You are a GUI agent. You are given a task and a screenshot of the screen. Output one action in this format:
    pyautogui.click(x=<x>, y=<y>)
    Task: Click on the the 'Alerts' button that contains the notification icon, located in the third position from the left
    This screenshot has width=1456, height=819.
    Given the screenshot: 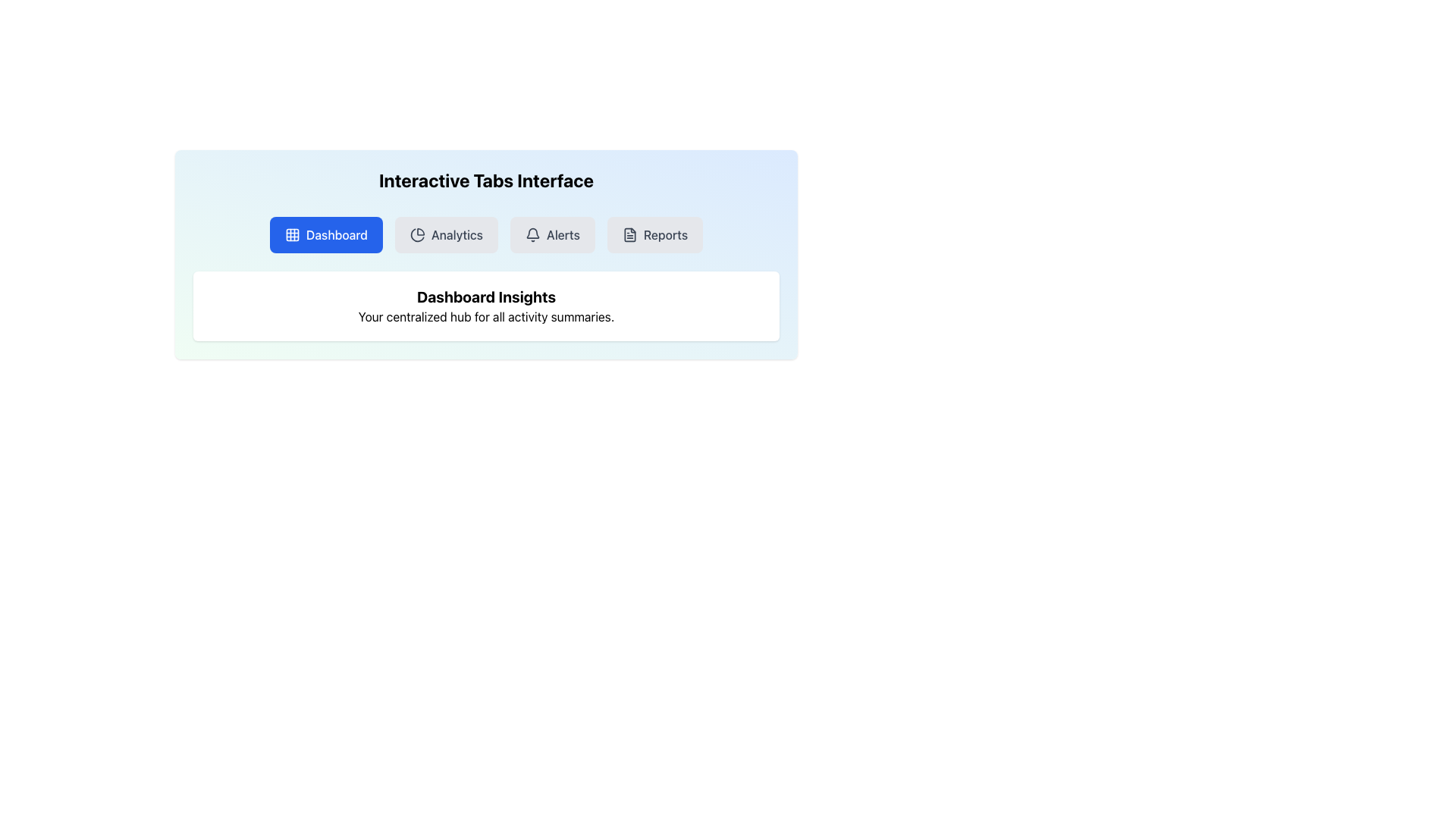 What is the action you would take?
    pyautogui.click(x=532, y=234)
    